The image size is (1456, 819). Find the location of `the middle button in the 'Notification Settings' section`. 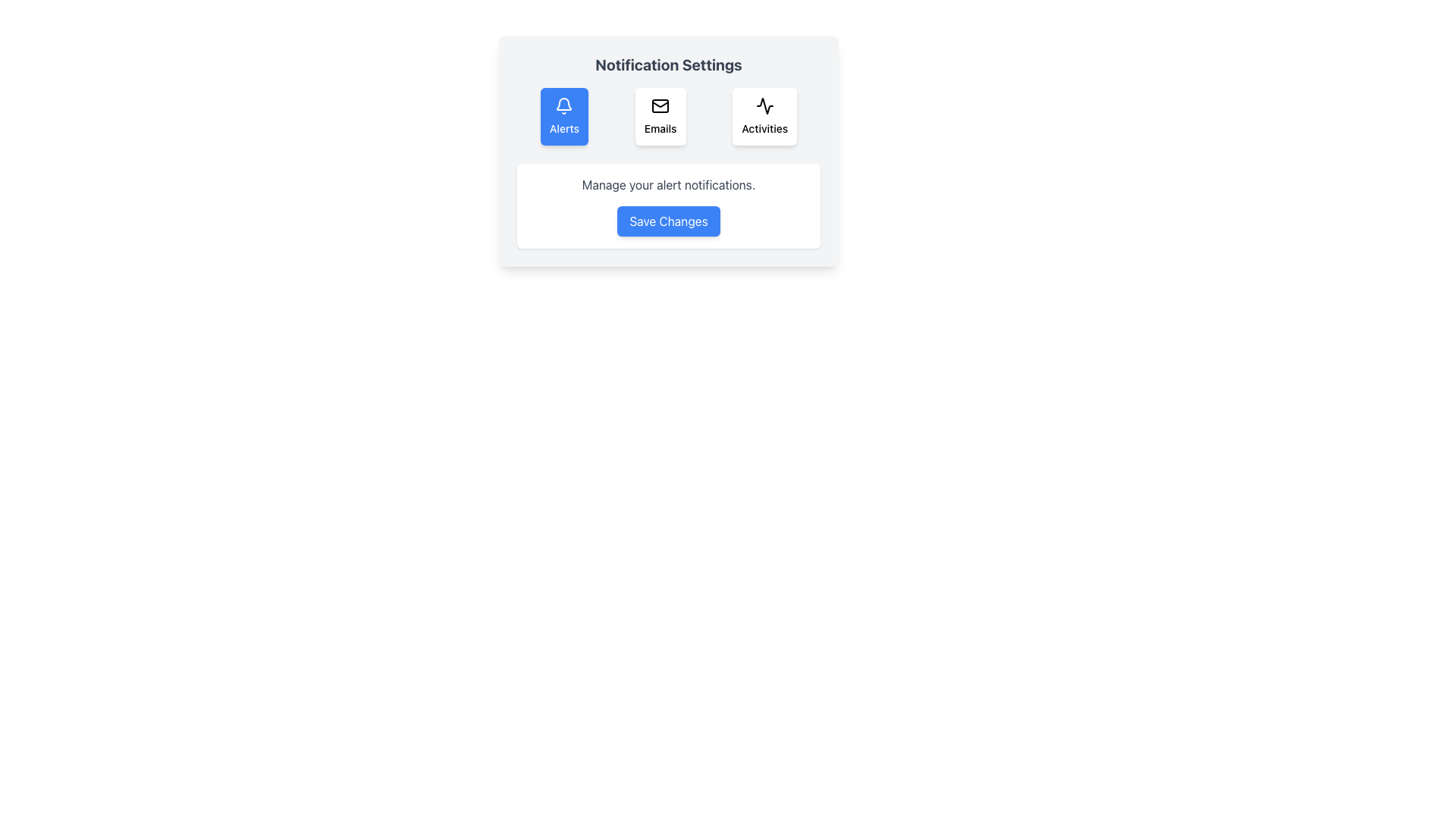

the middle button in the 'Notification Settings' section is located at coordinates (661, 116).